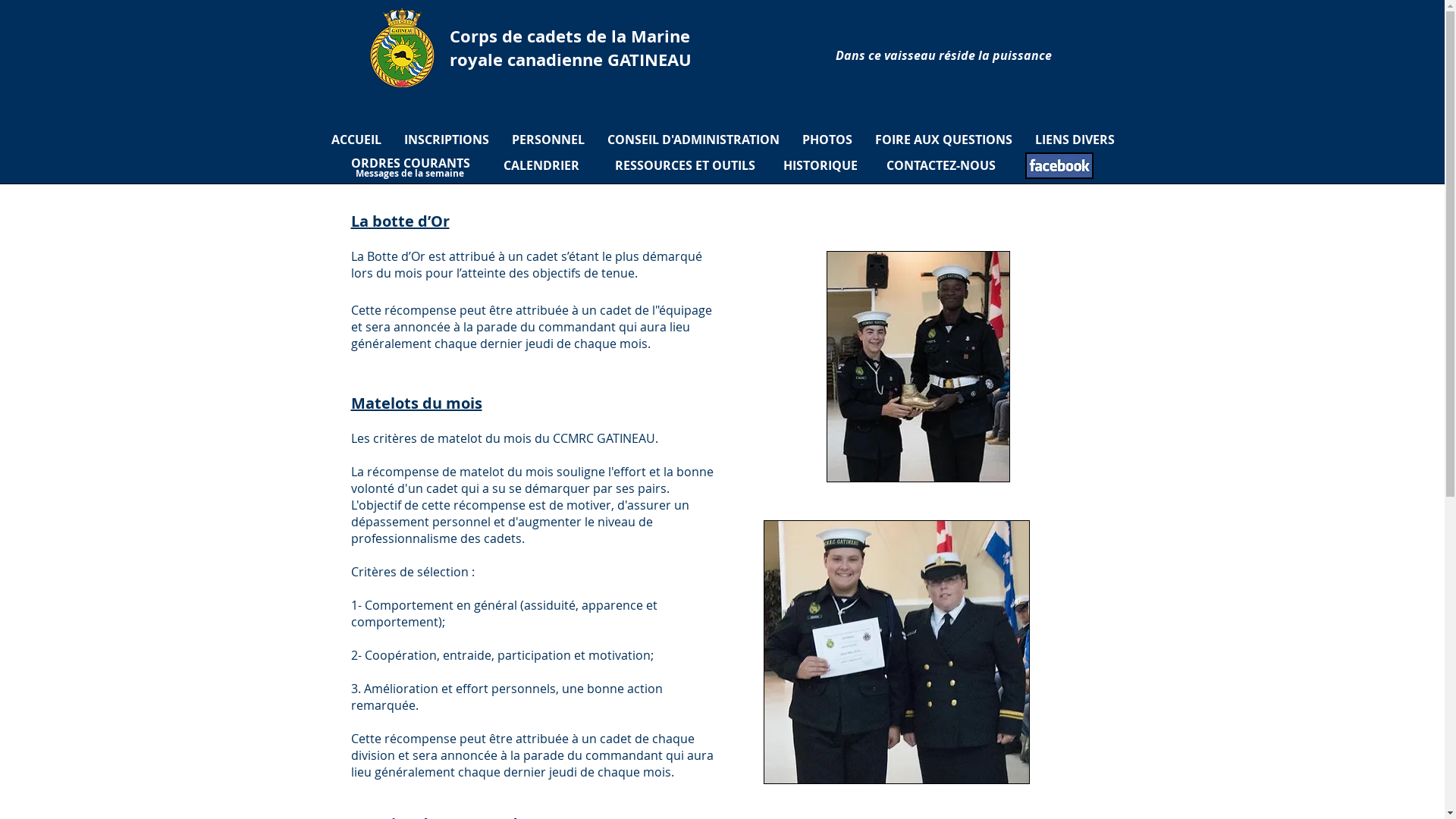 This screenshot has height=819, width=1456. Describe the element at coordinates (356, 140) in the screenshot. I see `'ACCUEIL'` at that location.